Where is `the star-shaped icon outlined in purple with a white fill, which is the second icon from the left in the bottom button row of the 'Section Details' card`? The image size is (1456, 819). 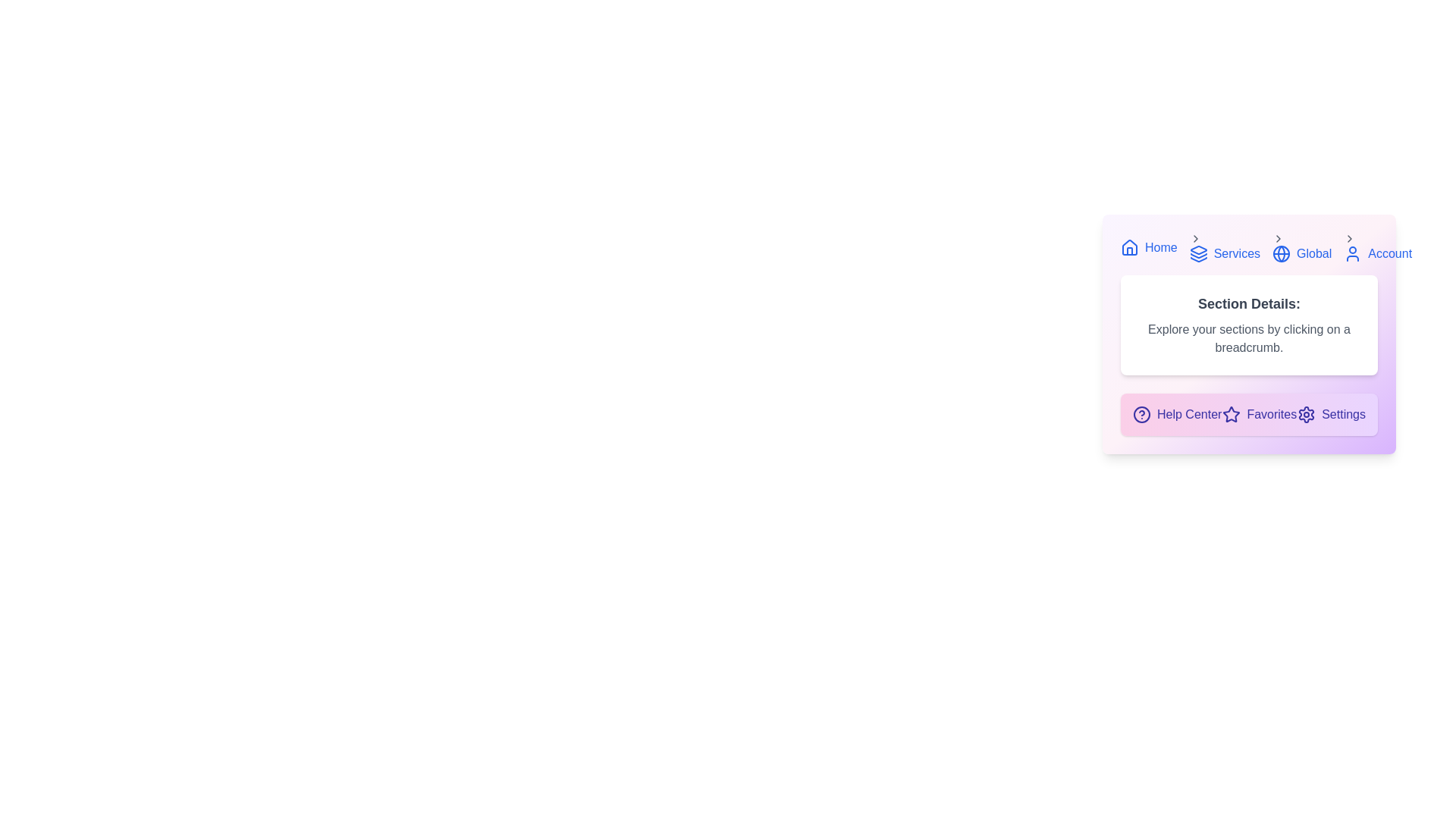
the star-shaped icon outlined in purple with a white fill, which is the second icon from the left in the bottom button row of the 'Section Details' card is located at coordinates (1232, 414).